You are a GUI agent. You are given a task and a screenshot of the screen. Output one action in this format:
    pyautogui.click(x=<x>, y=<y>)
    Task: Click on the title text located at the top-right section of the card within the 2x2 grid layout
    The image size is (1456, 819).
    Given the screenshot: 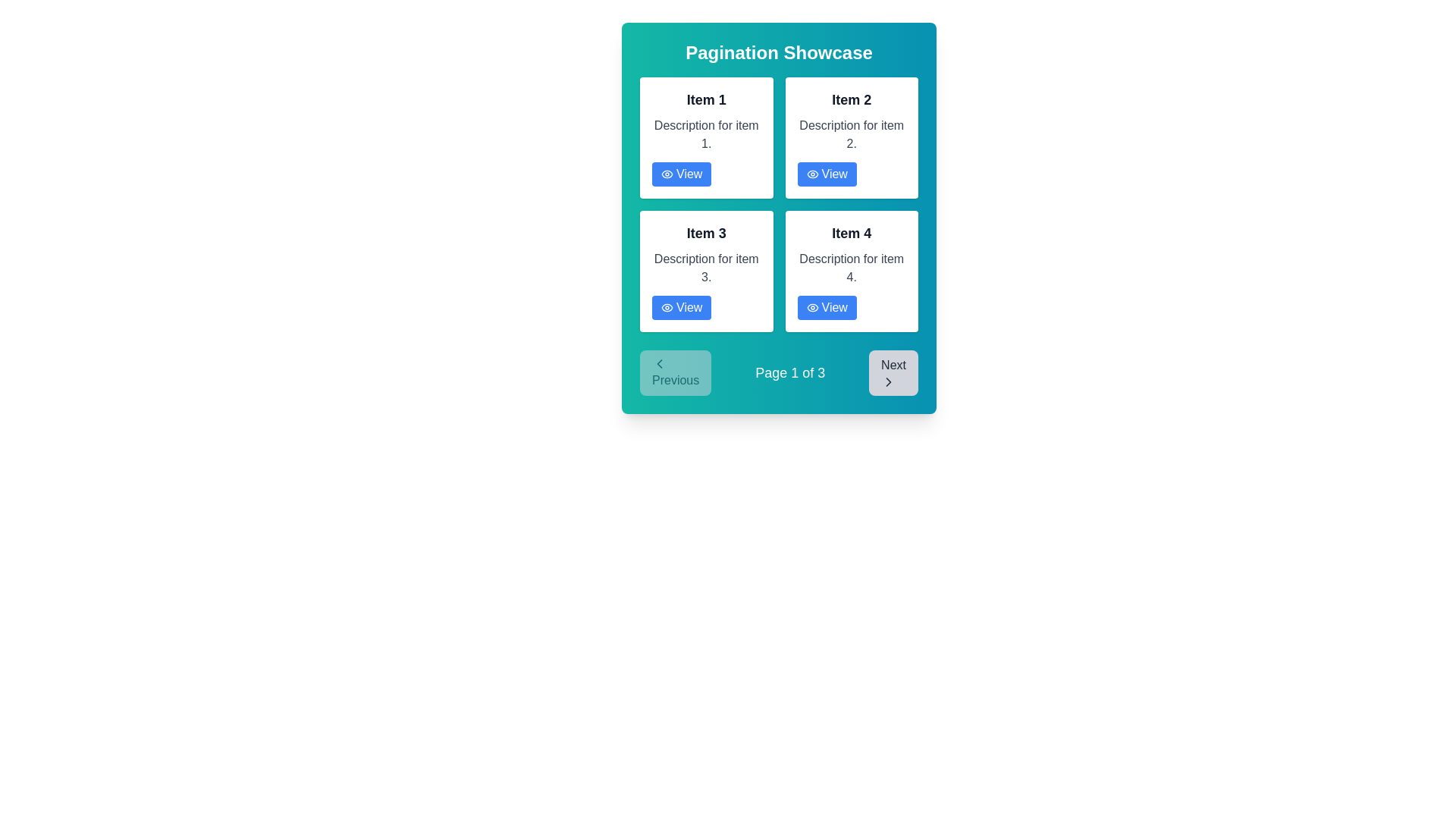 What is the action you would take?
    pyautogui.click(x=852, y=99)
    